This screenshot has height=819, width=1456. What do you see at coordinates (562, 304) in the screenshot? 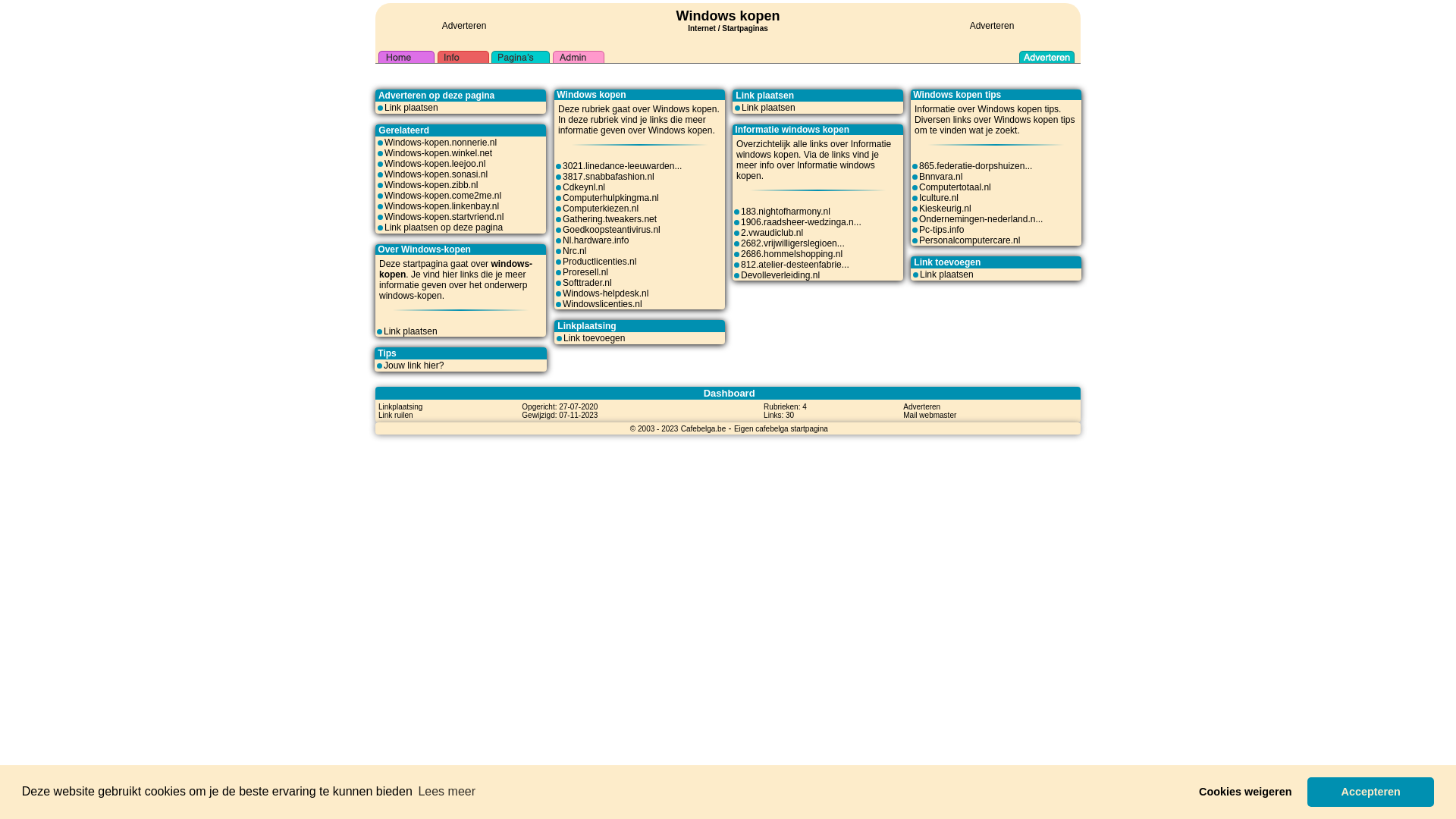
I see `'Windowslicenties.nl'` at bounding box center [562, 304].